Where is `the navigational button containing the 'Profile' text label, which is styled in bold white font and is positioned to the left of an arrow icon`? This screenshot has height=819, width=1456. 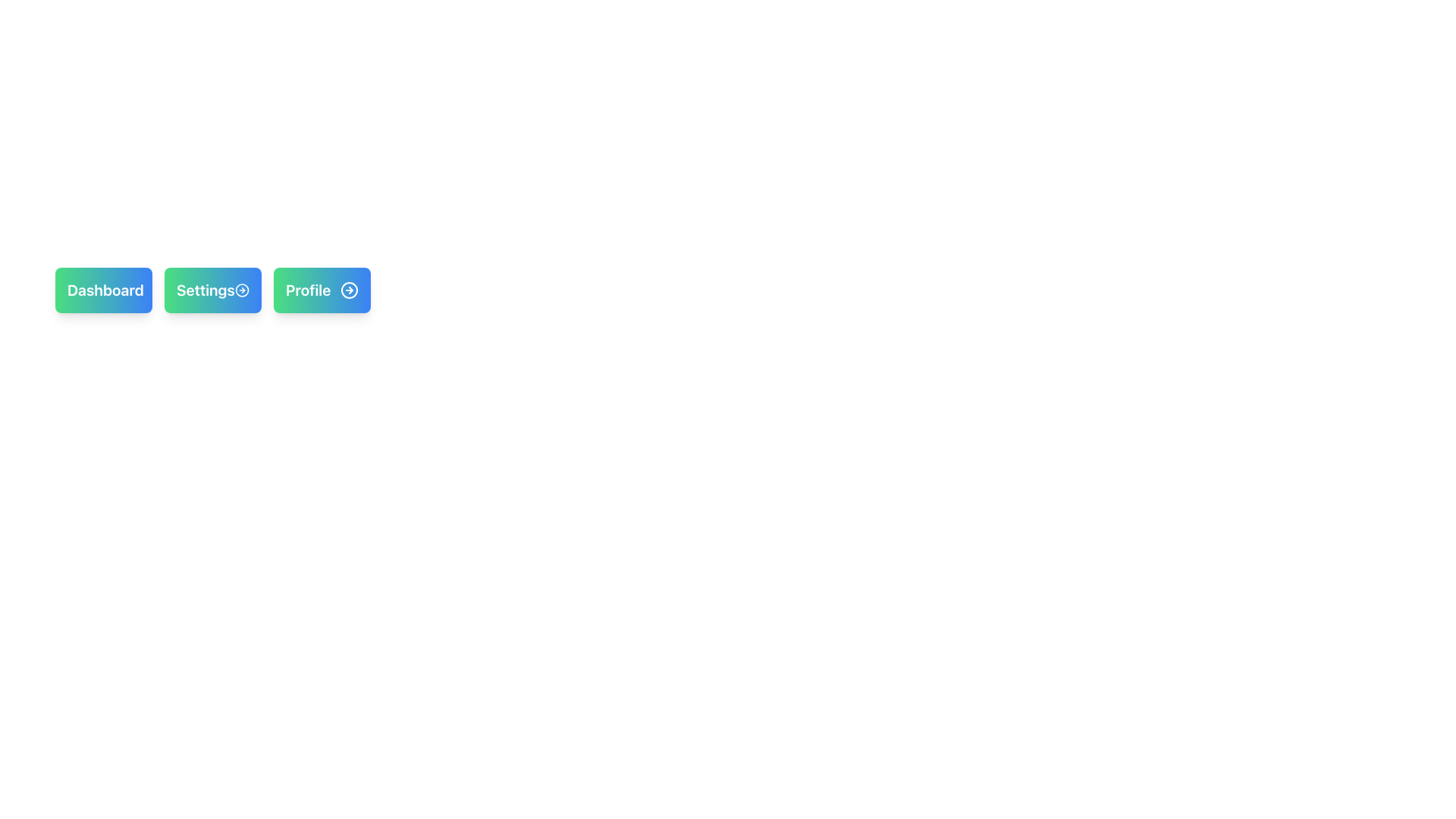
the navigational button containing the 'Profile' text label, which is styled in bold white font and is positioned to the left of an arrow icon is located at coordinates (307, 290).